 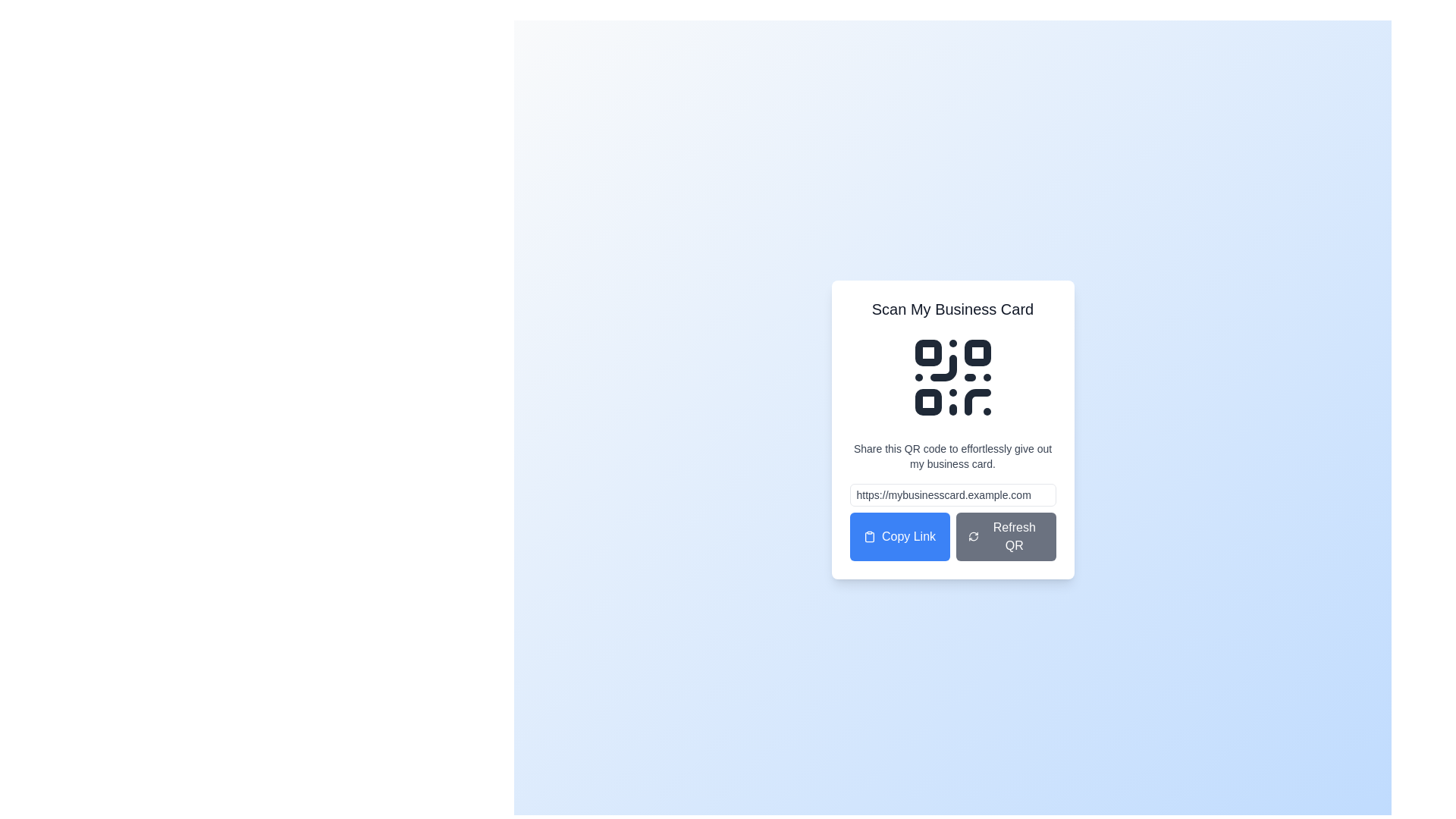 I want to click on the QR code graphic displayed prominently in the card layout, located centrally below the title 'Scan My Business Card' and above the description 'Share this QR code to effortlessly give out my business card.', so click(x=952, y=376).